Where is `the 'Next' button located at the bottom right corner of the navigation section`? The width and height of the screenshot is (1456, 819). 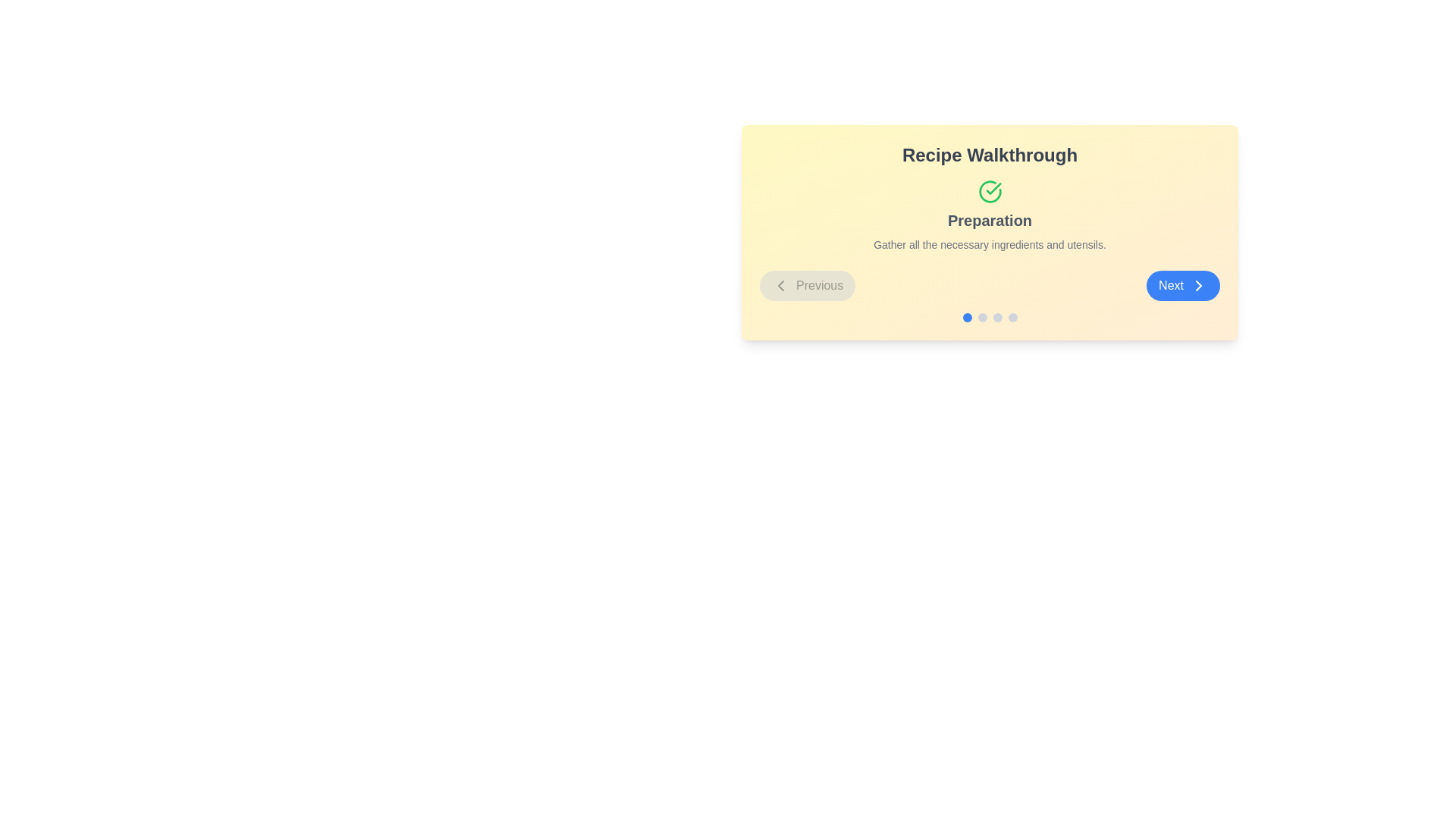 the 'Next' button located at the bottom right corner of the navigation section is located at coordinates (1182, 286).